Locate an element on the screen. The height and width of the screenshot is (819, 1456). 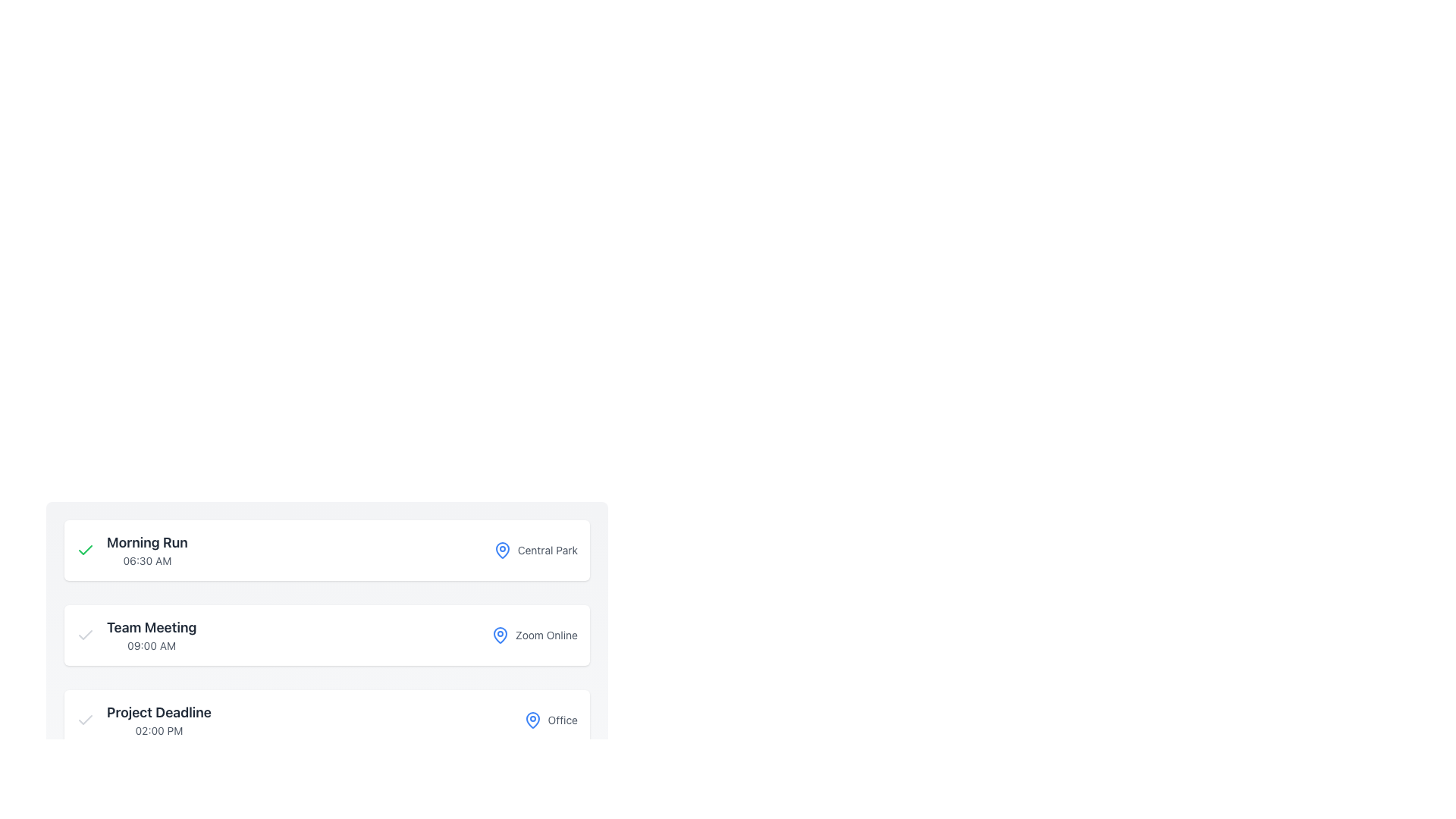
the informational label indicating the meeting platform, 'Zoom Online', which is positioned to the far right of the meeting entry following '09:00 AM' is located at coordinates (534, 635).